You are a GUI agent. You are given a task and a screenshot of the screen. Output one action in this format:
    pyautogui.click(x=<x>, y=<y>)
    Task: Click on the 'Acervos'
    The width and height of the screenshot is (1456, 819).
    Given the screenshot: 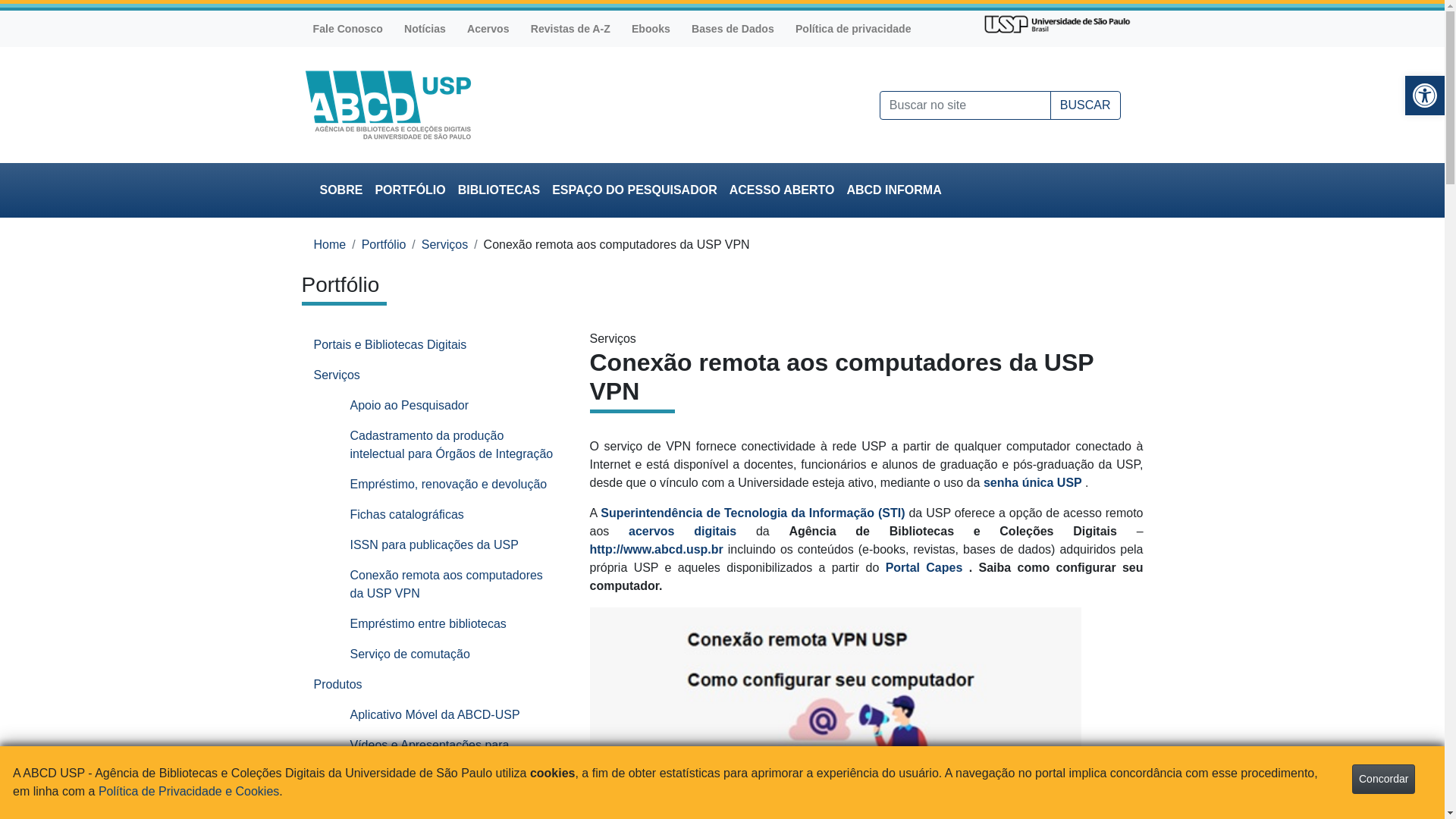 What is the action you would take?
    pyautogui.click(x=488, y=29)
    